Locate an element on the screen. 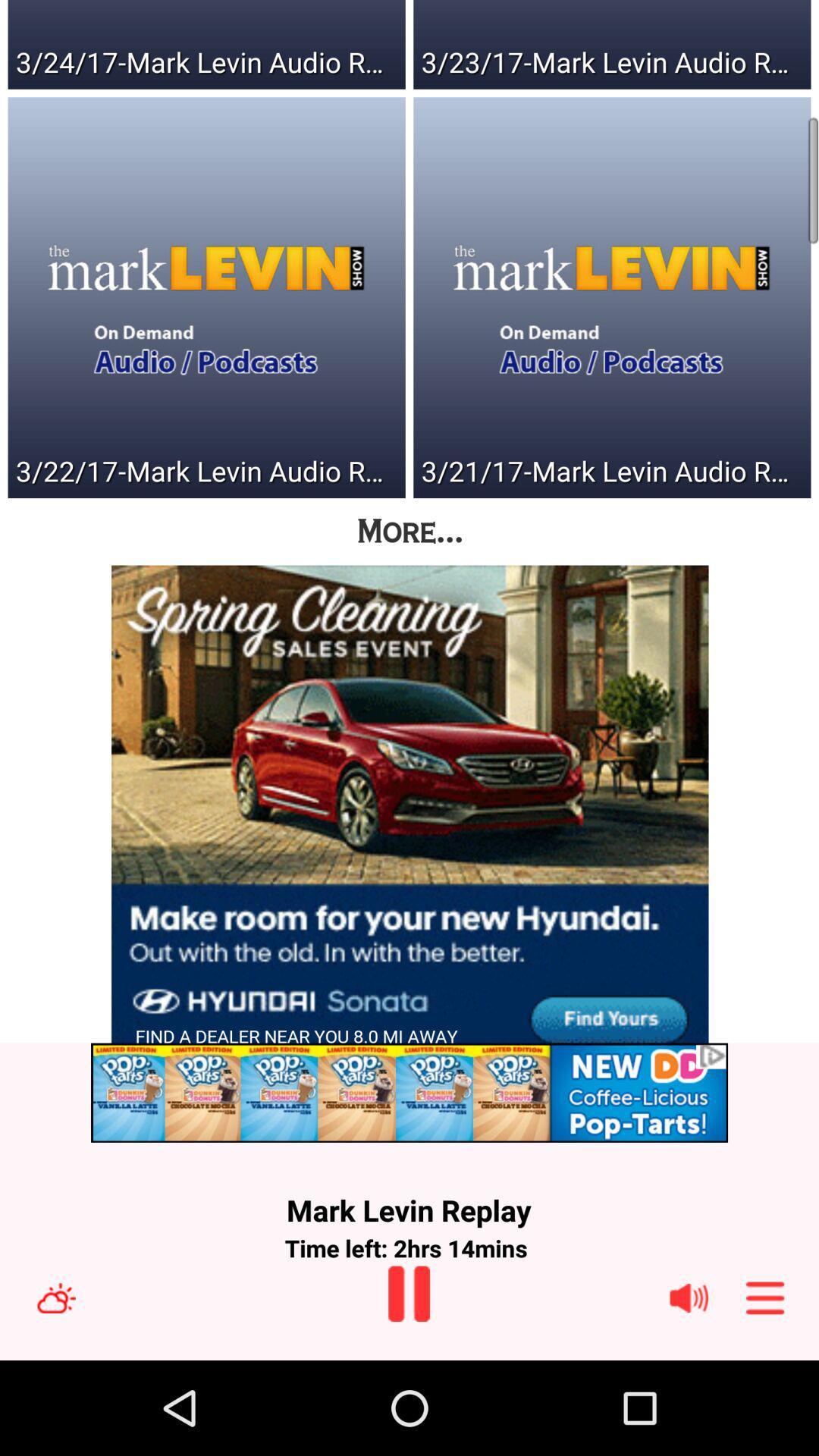 The height and width of the screenshot is (1456, 819). the weather icon is located at coordinates (55, 1389).